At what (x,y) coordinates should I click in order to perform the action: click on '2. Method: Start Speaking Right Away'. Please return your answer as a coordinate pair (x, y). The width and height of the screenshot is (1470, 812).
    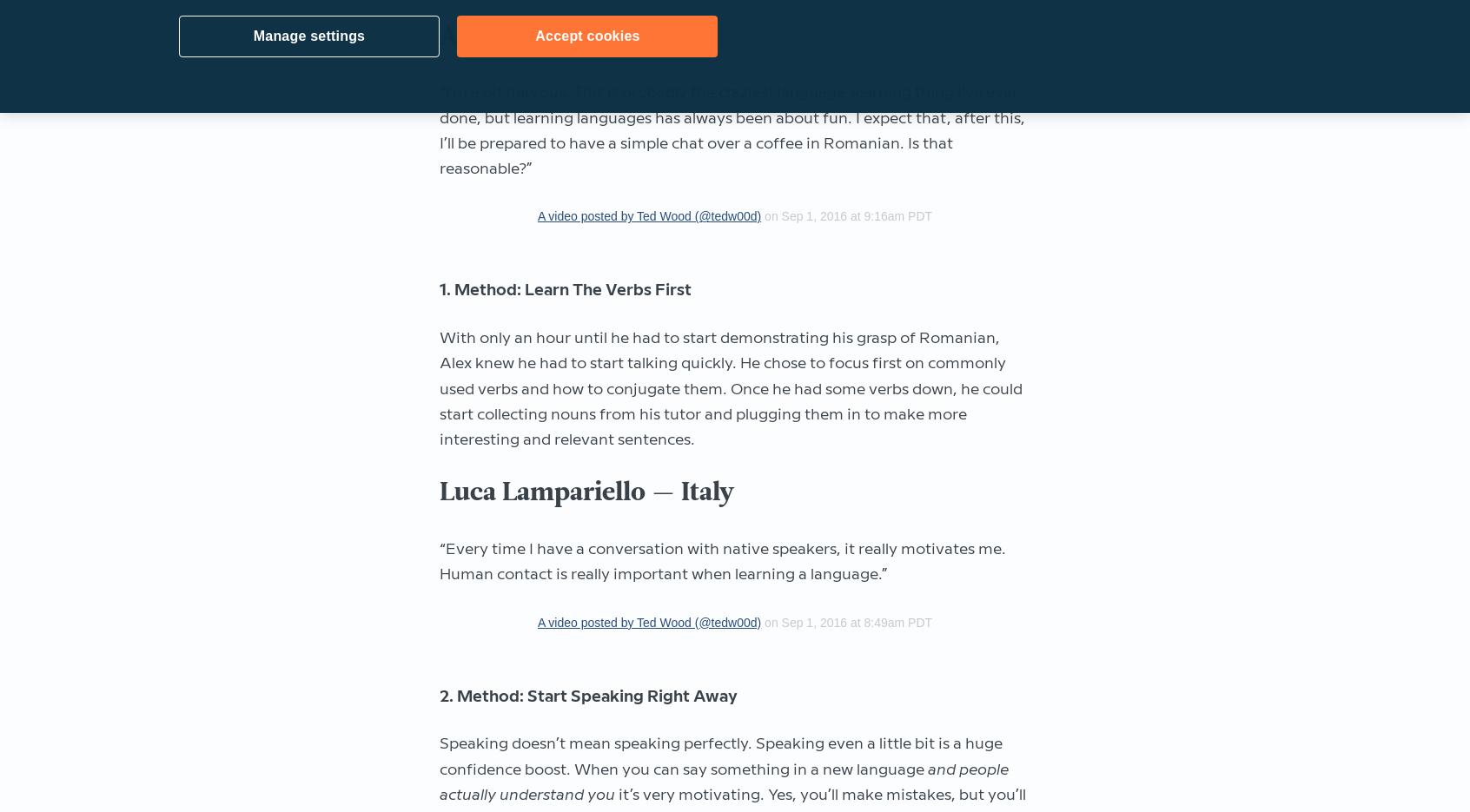
    Looking at the image, I should click on (588, 695).